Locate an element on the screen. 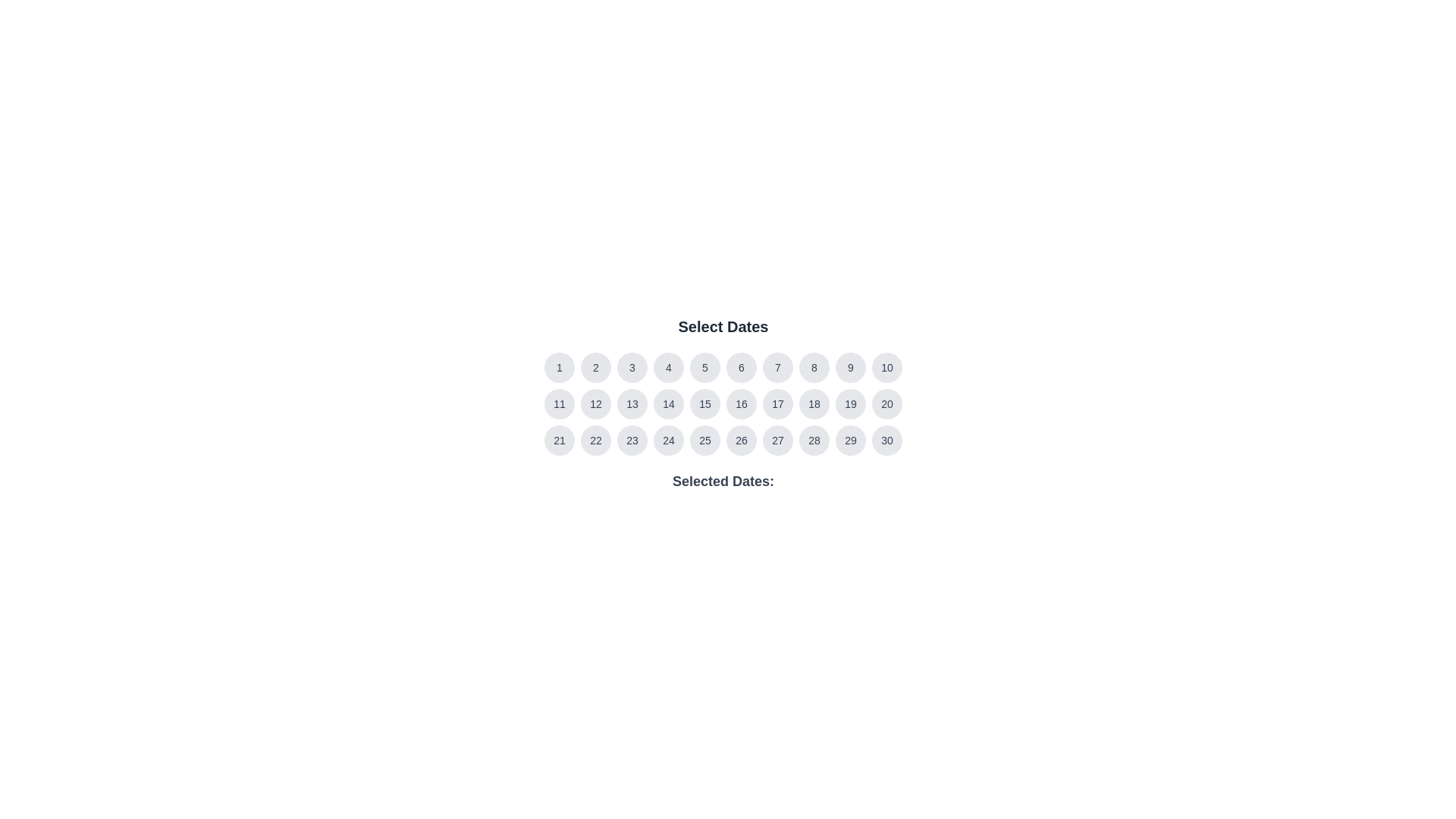 This screenshot has width=1456, height=819. the button that allows the user is located at coordinates (595, 368).